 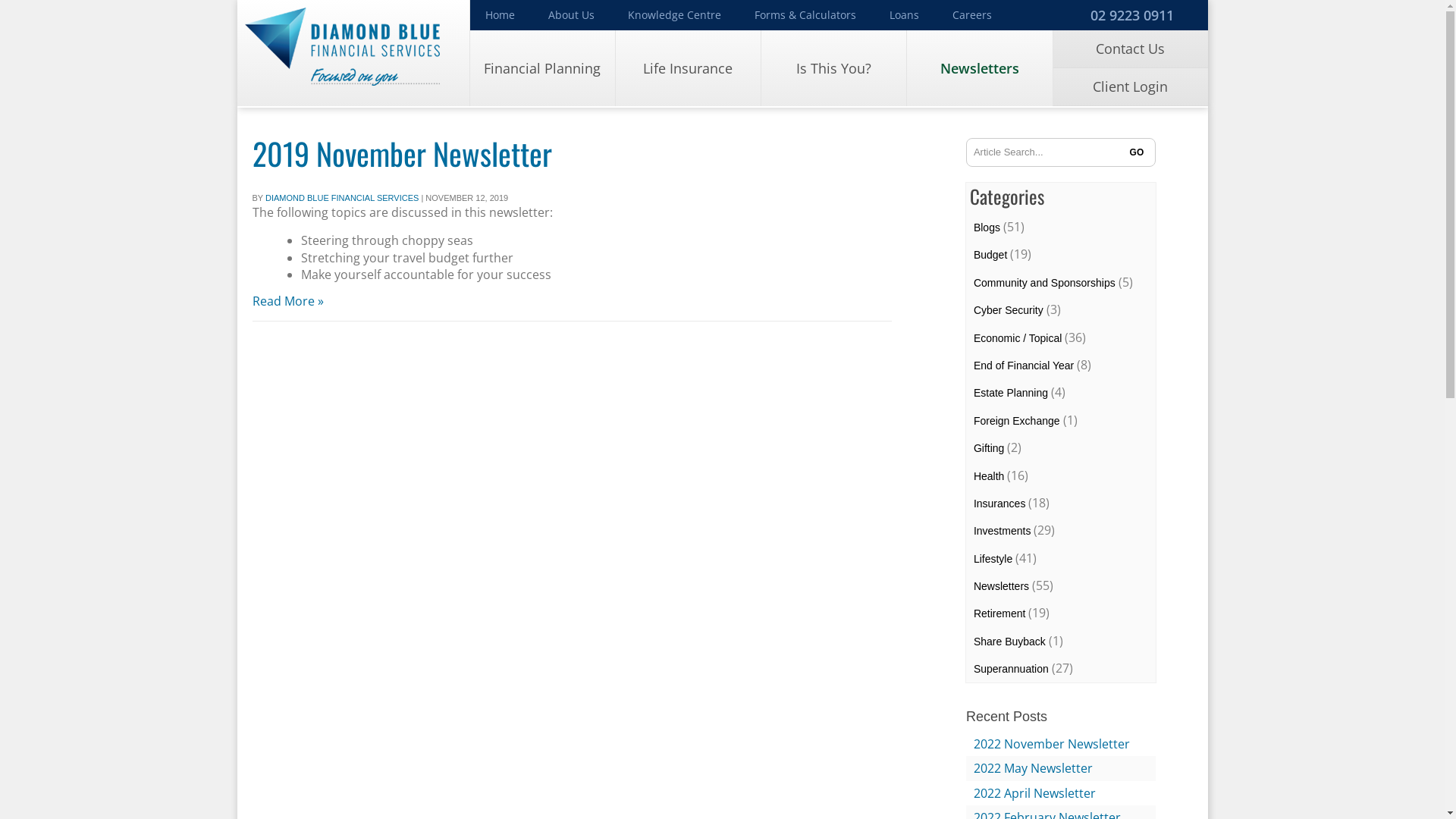 I want to click on 'Life Insurance', so click(x=687, y=67).